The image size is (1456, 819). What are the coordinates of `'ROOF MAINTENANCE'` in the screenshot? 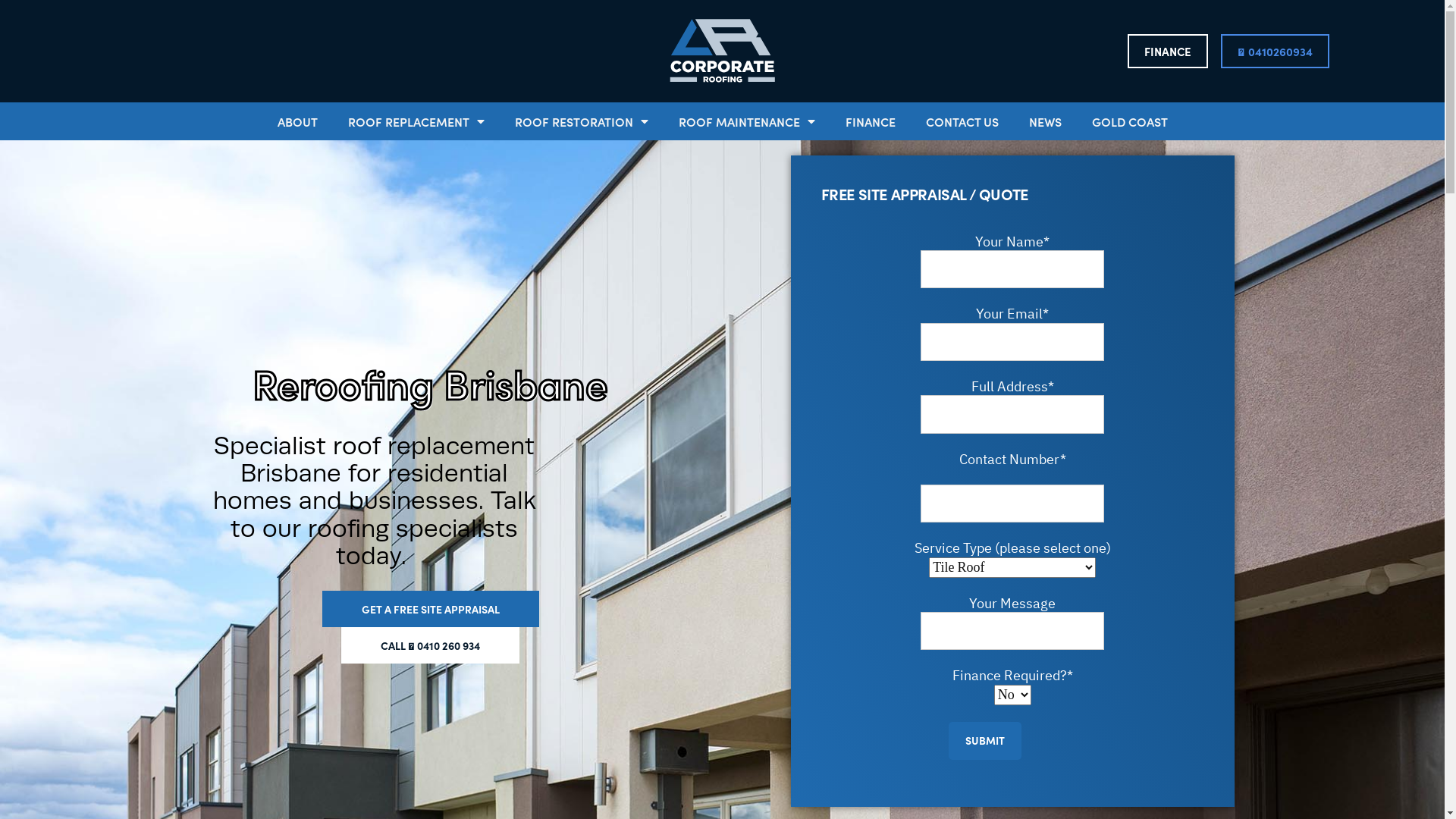 It's located at (662, 120).